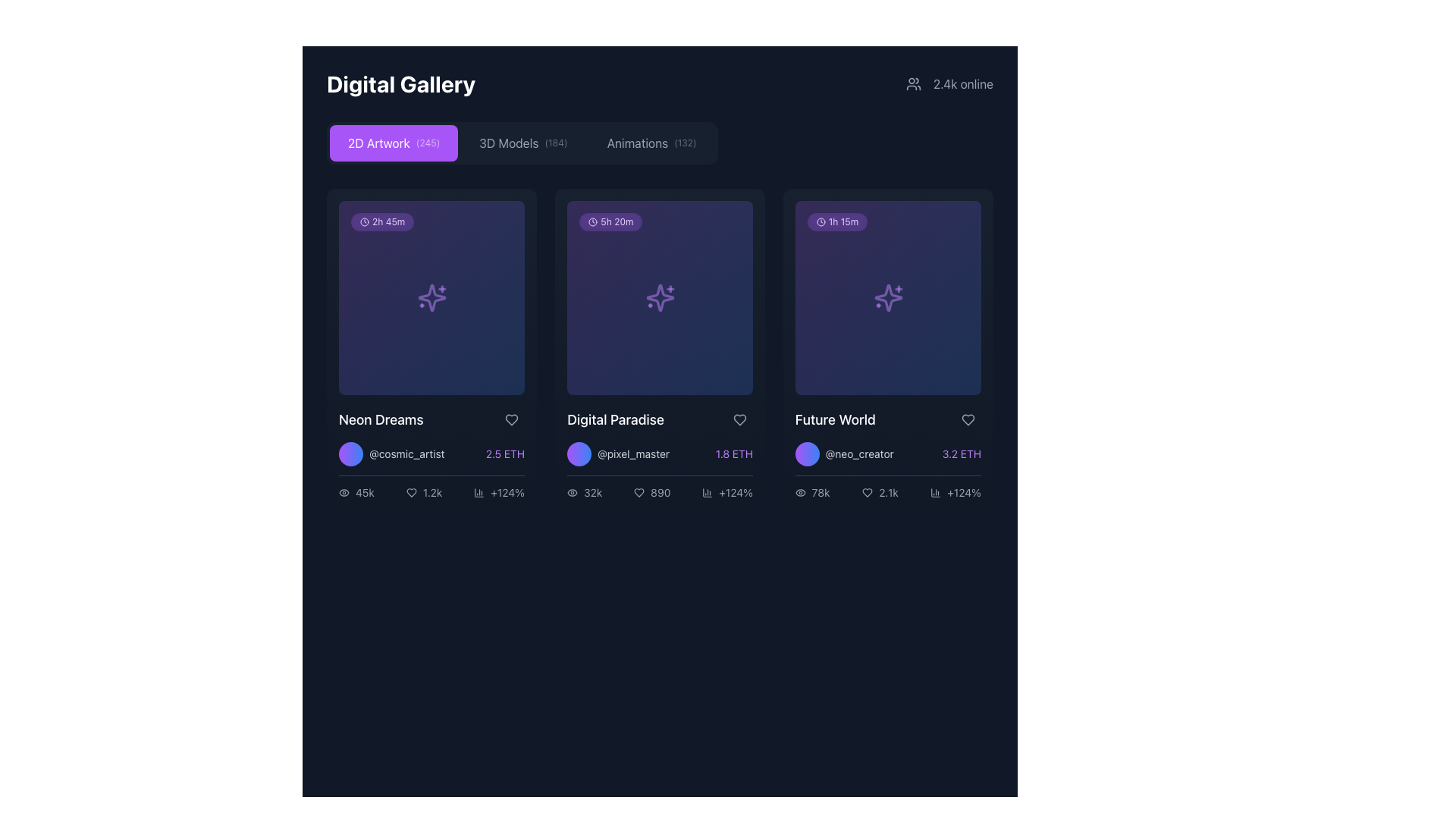  I want to click on the Text label indicating a performance or growth metric located at the bottom-right corner of the second card (Digital Paradise), so click(736, 493).